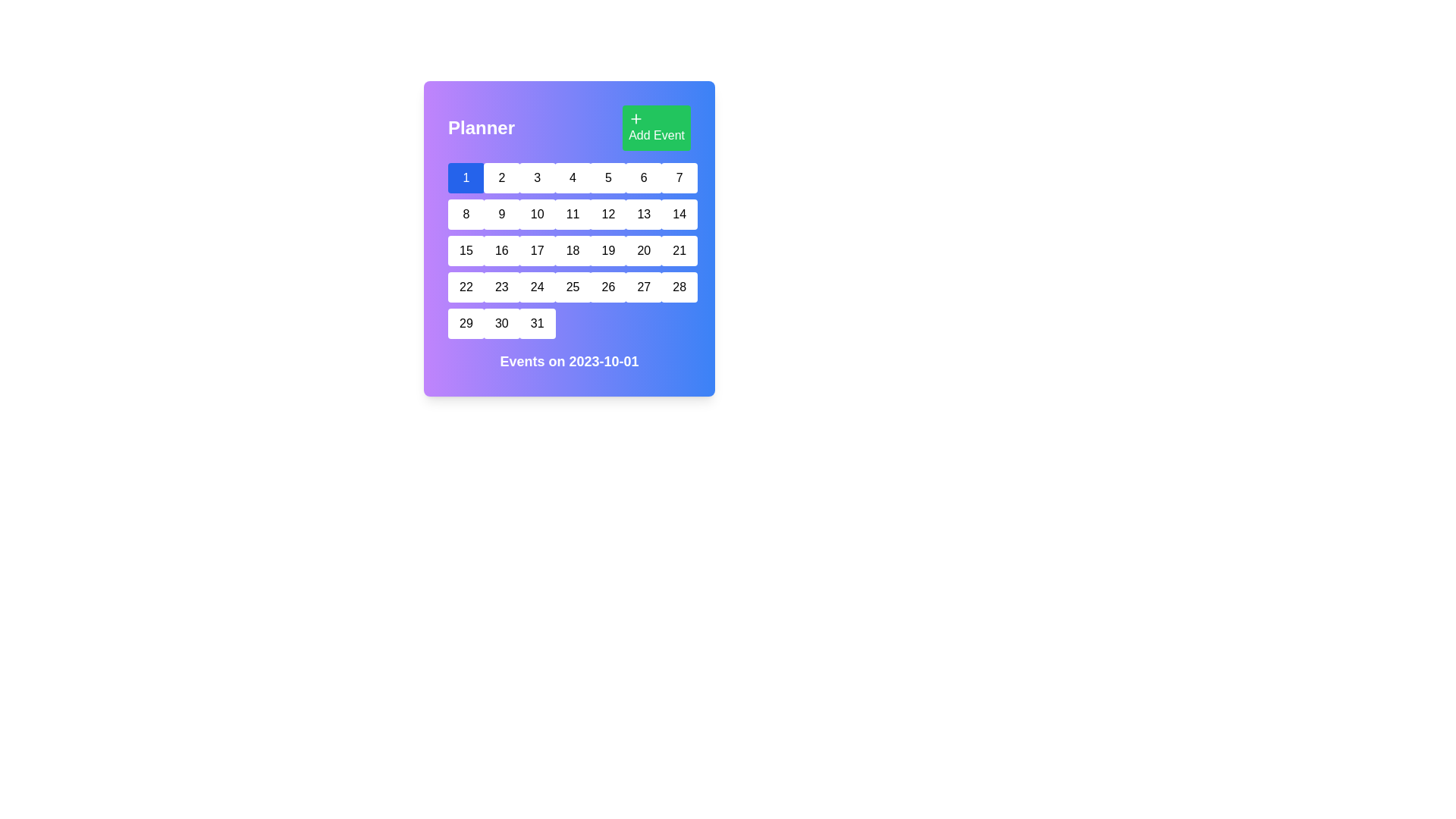 The width and height of the screenshot is (1456, 819). I want to click on the calendar interface, so click(568, 239).